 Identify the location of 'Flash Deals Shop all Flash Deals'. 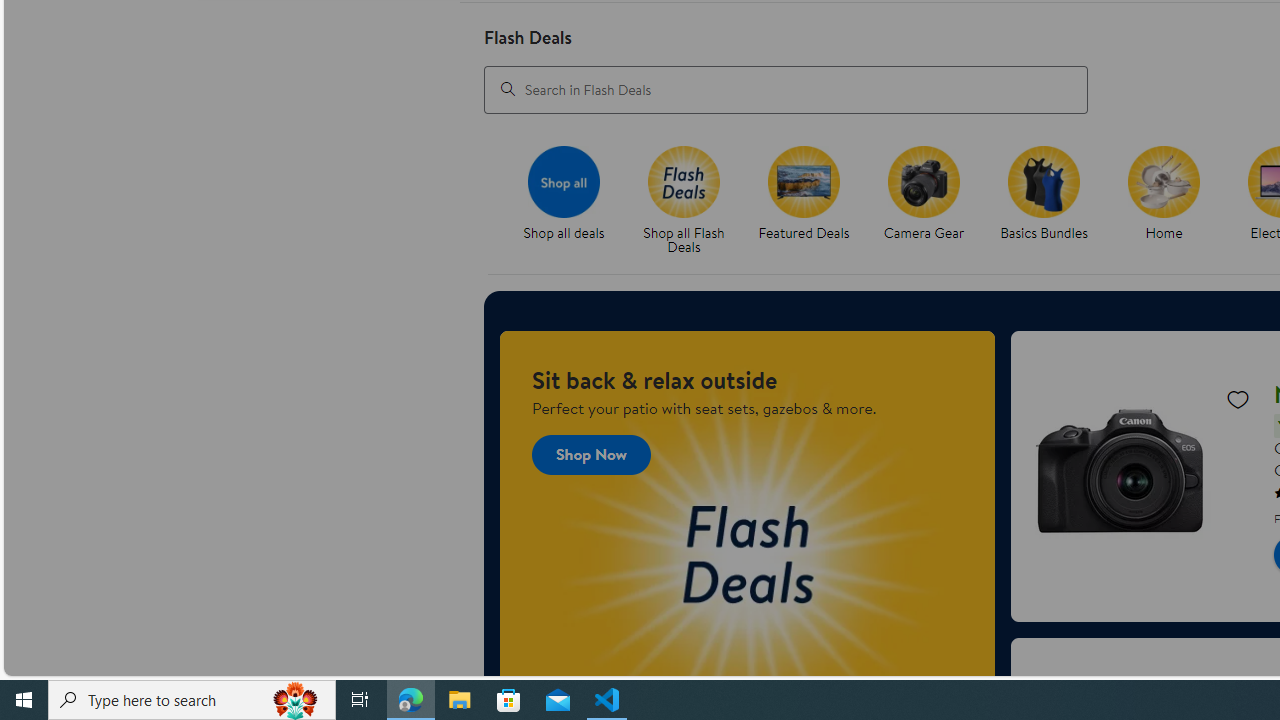
(684, 201).